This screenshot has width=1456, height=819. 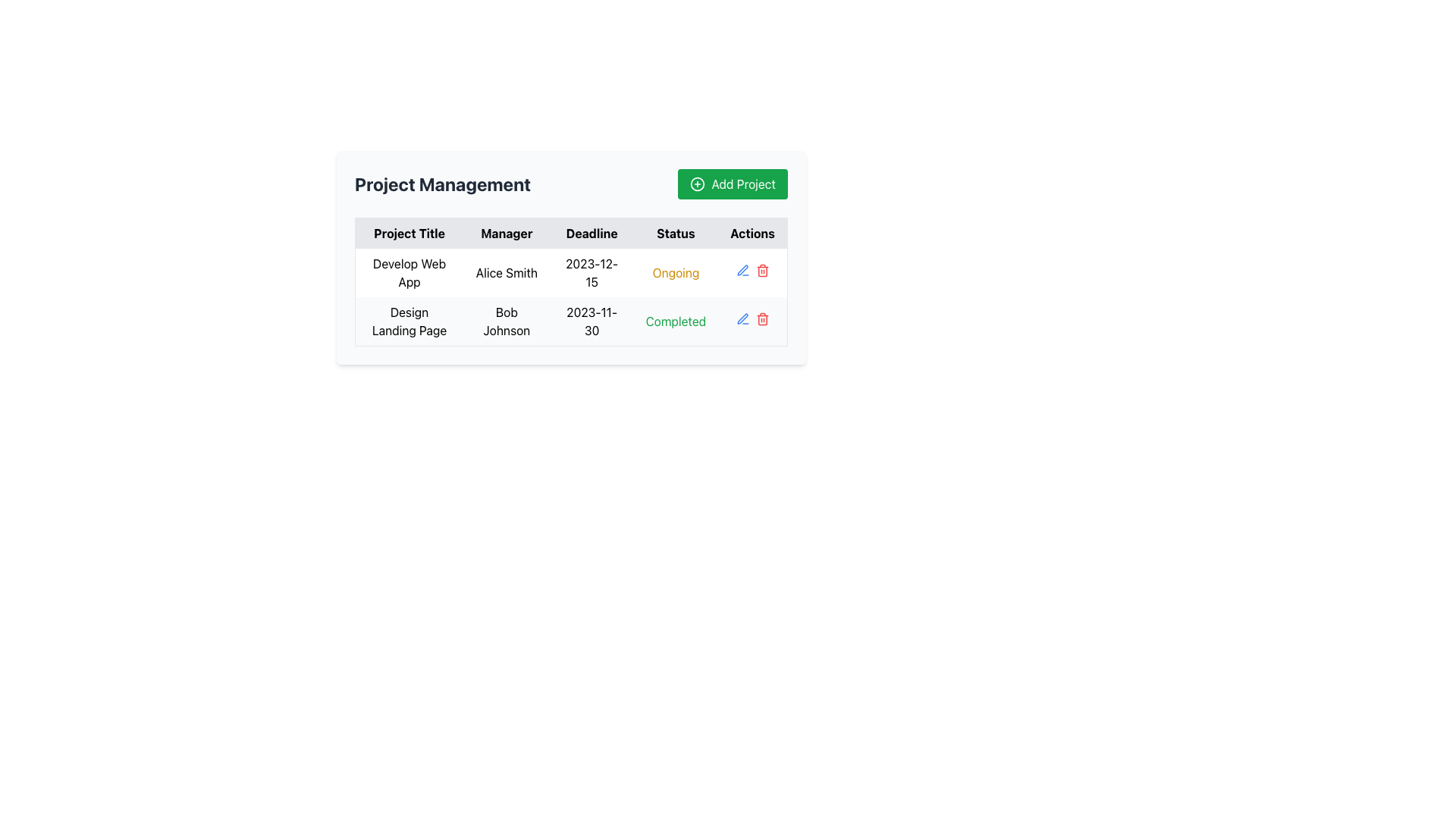 I want to click on the Text Label displaying the name of the manager for a specific project in the second column of the table, so click(x=507, y=271).